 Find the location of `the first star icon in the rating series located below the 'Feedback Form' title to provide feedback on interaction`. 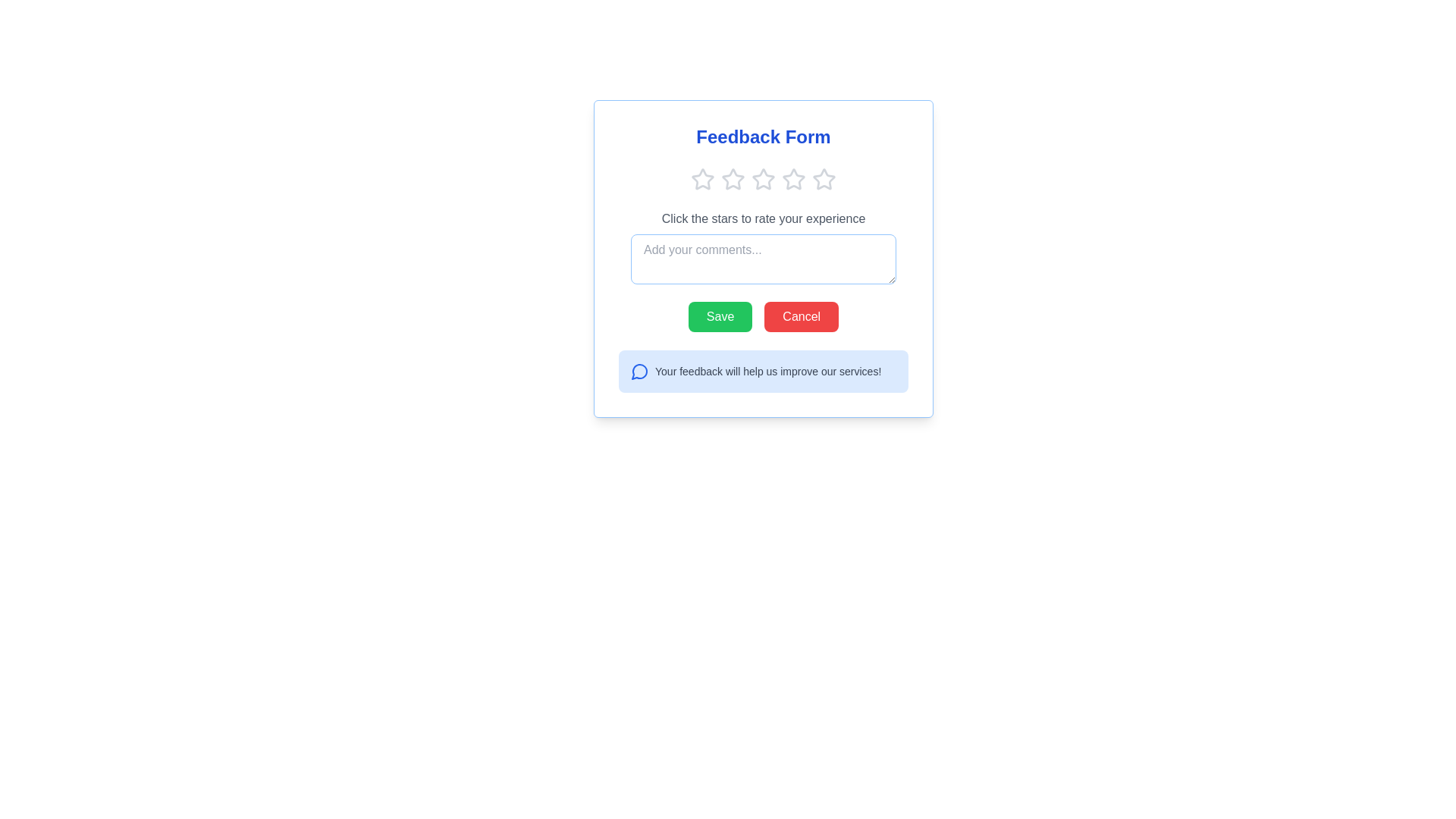

the first star icon in the rating series located below the 'Feedback Form' title to provide feedback on interaction is located at coordinates (701, 178).